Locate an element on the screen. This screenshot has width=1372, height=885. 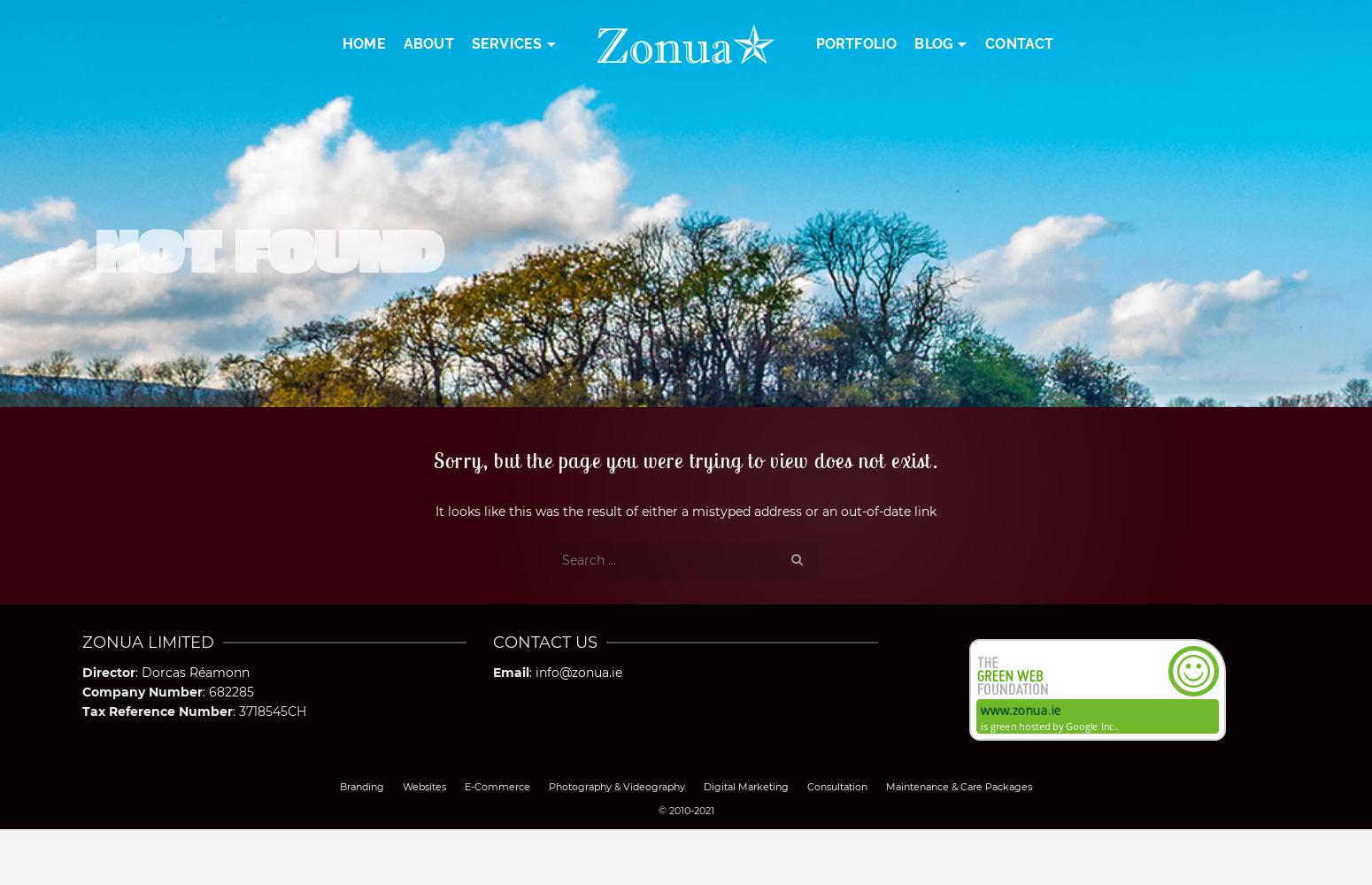
'It looks like this was the result of either a mistyped address or an out-of-date link' is located at coordinates (686, 511).